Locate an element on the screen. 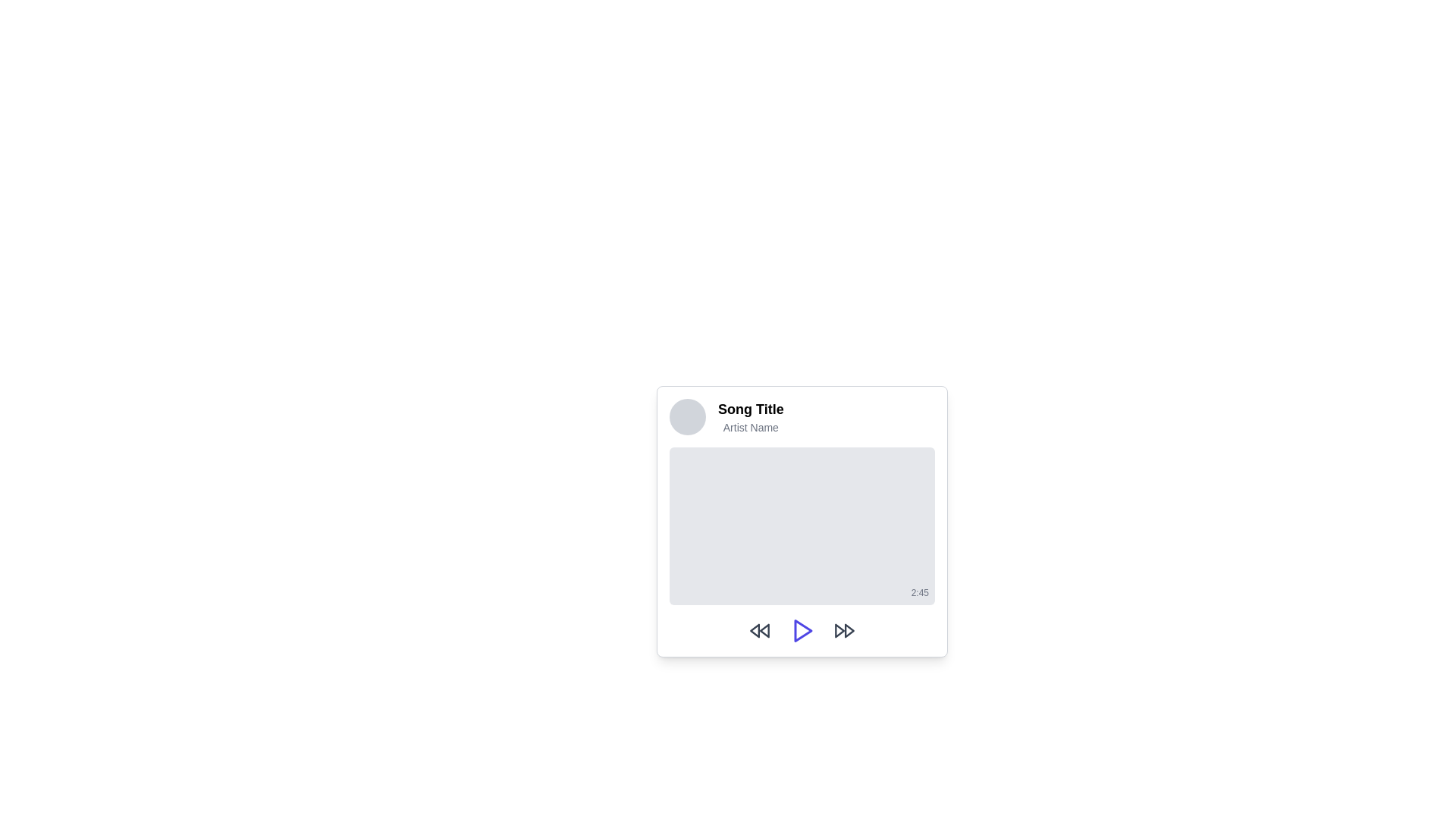  the triangular play button icon located at the center of the audio control section is located at coordinates (802, 631).